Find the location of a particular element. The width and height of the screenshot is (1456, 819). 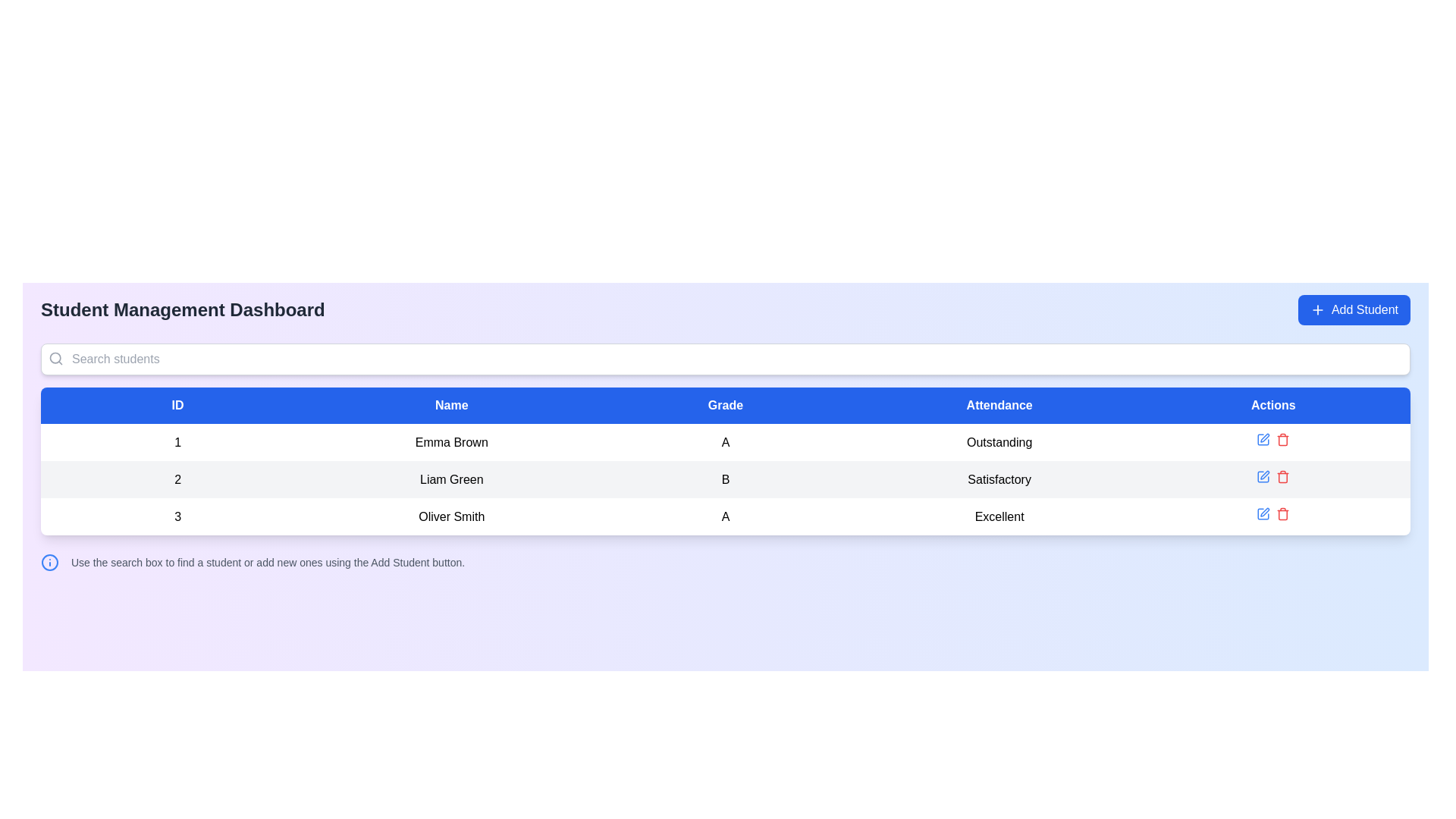

the trash icon in the Interactive control group for the student record of 'Liam Green' is located at coordinates (1273, 479).